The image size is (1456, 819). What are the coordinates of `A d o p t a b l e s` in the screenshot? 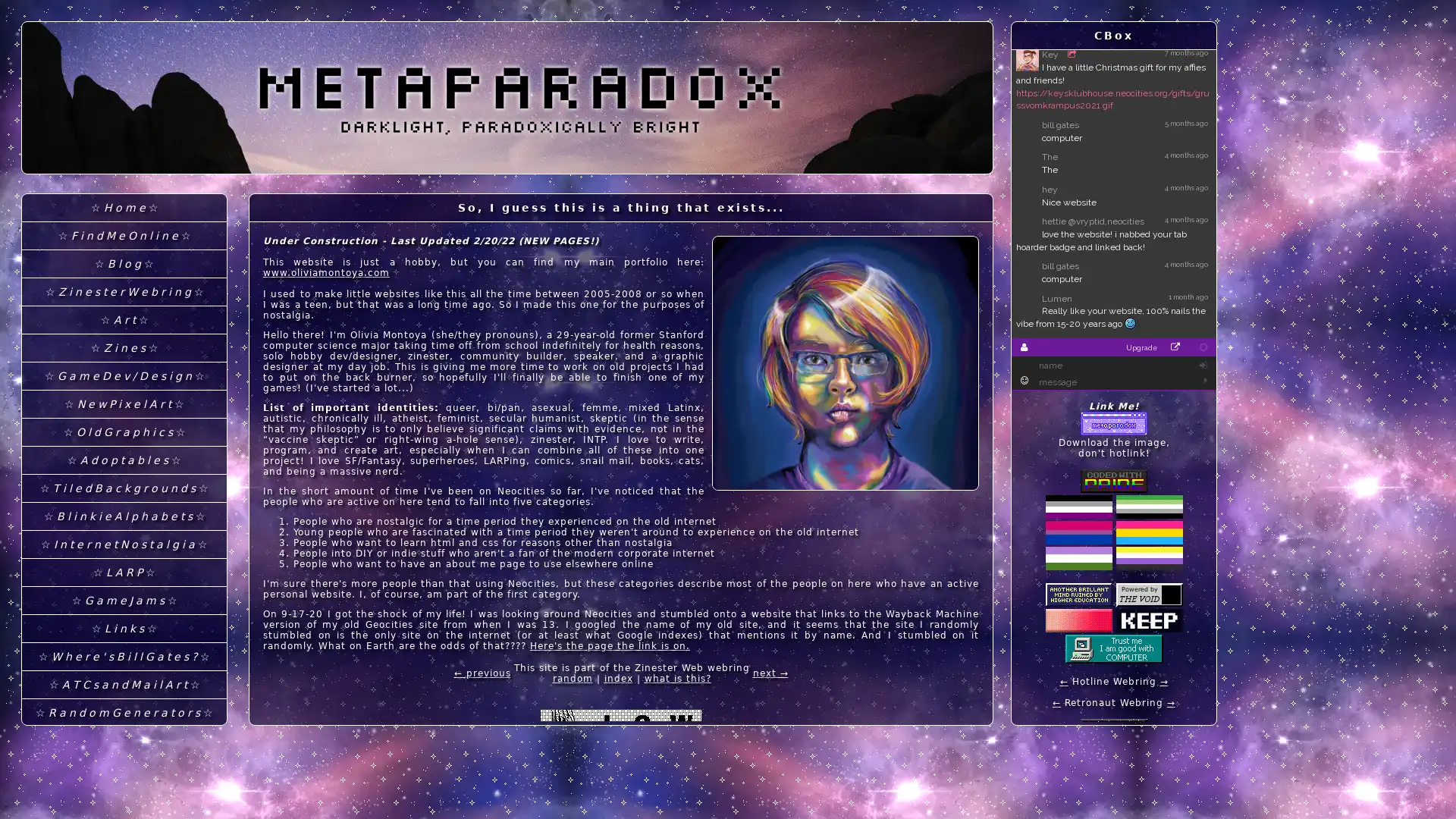 It's located at (124, 460).